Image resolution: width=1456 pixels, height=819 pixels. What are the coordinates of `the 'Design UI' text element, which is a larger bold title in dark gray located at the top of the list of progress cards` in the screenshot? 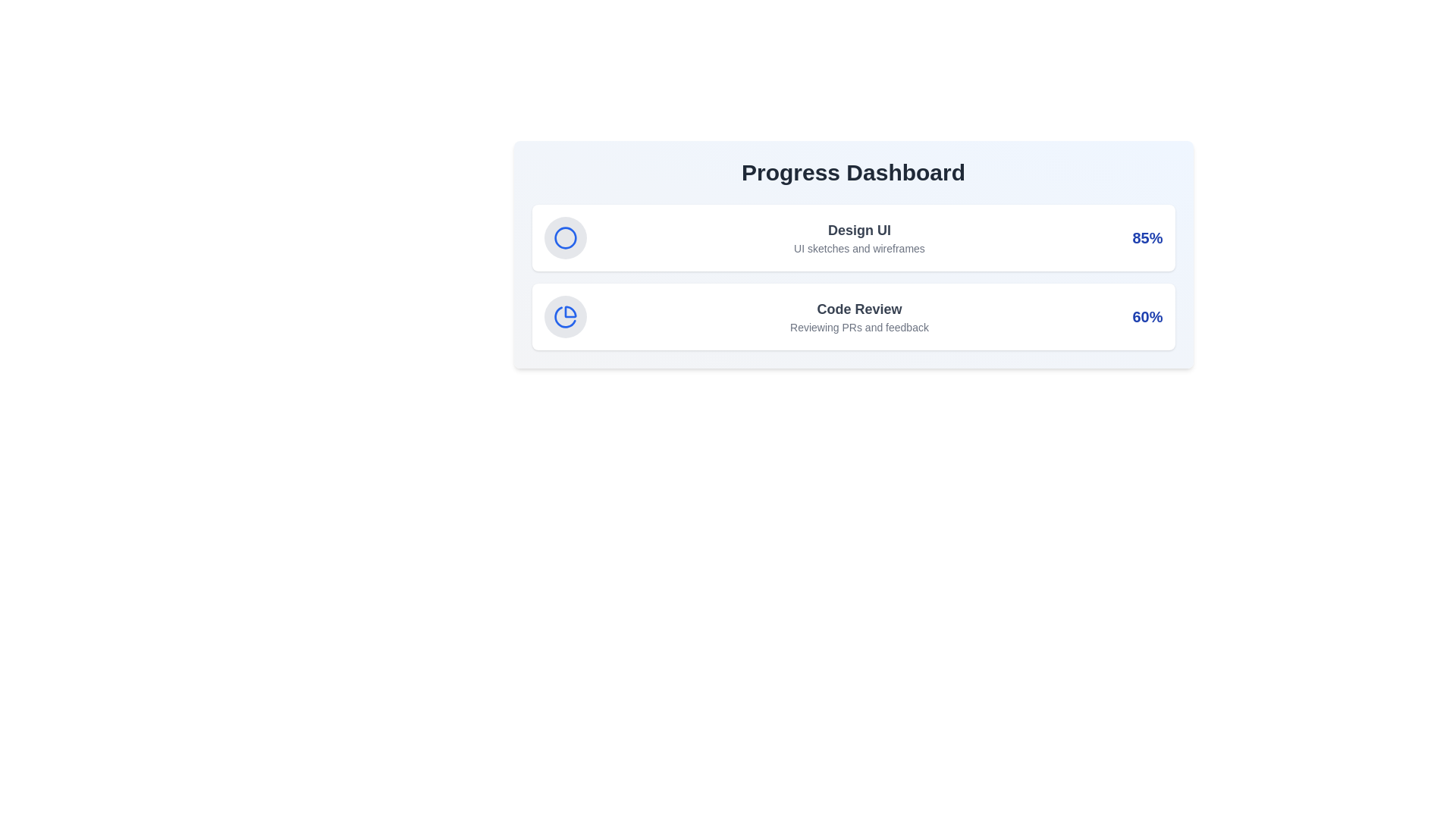 It's located at (859, 237).